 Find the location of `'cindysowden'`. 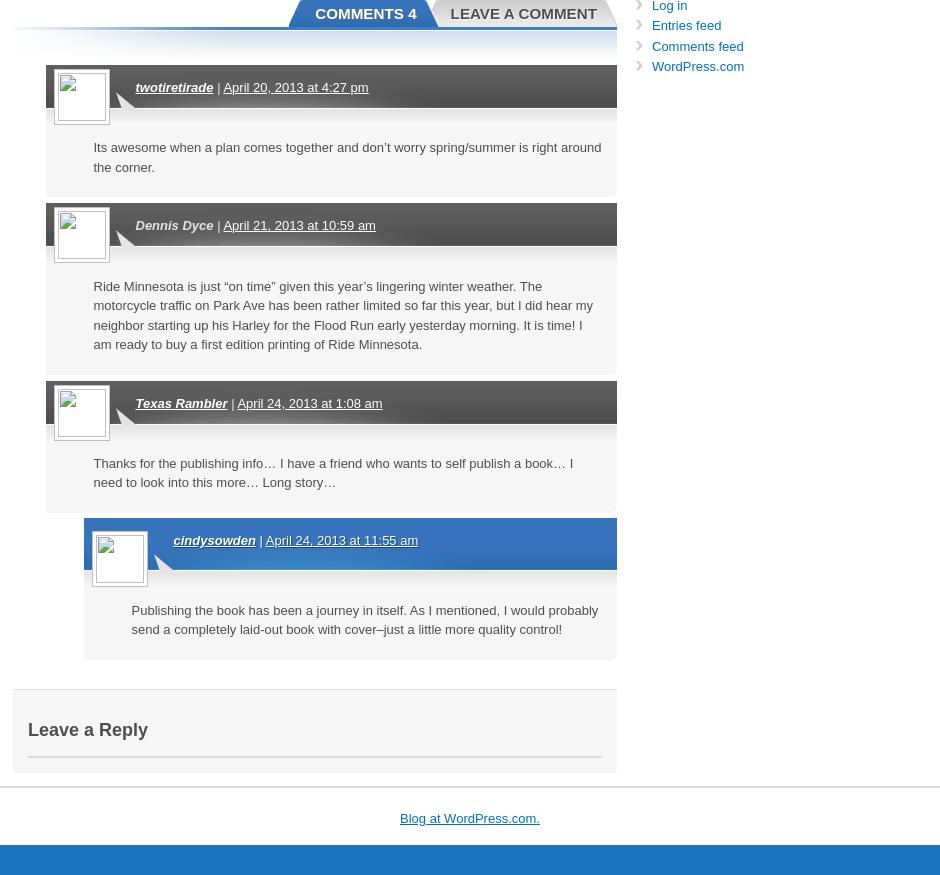

'cindysowden' is located at coordinates (213, 539).